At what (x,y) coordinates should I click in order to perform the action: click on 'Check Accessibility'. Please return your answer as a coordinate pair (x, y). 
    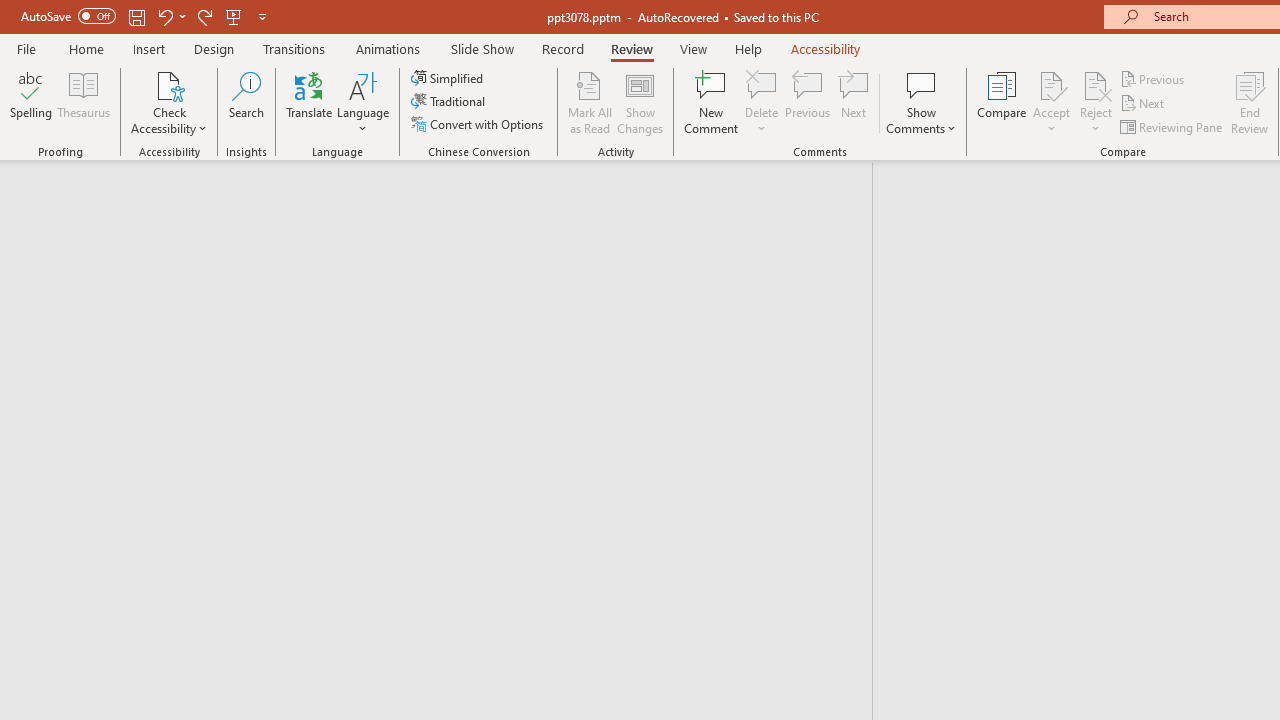
    Looking at the image, I should click on (169, 84).